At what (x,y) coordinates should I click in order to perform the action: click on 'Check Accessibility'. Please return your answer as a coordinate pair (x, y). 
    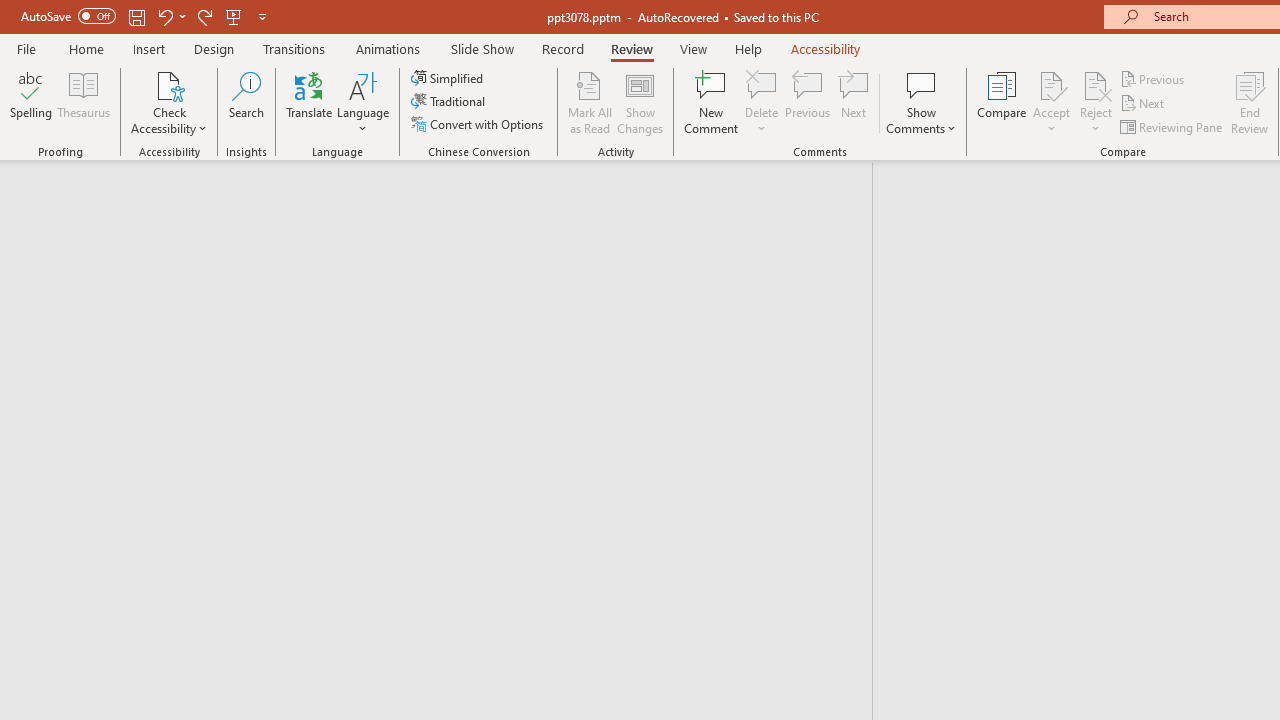
    Looking at the image, I should click on (169, 84).